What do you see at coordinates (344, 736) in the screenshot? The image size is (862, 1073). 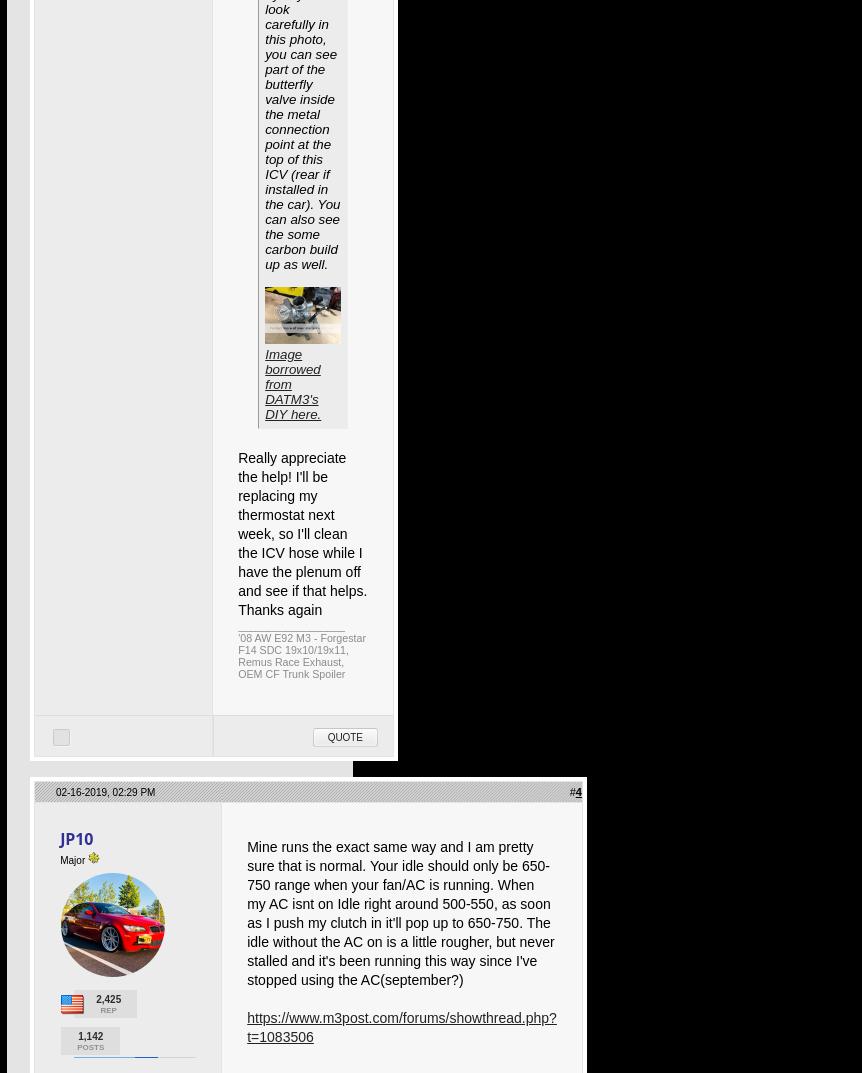 I see `'Quote'` at bounding box center [344, 736].